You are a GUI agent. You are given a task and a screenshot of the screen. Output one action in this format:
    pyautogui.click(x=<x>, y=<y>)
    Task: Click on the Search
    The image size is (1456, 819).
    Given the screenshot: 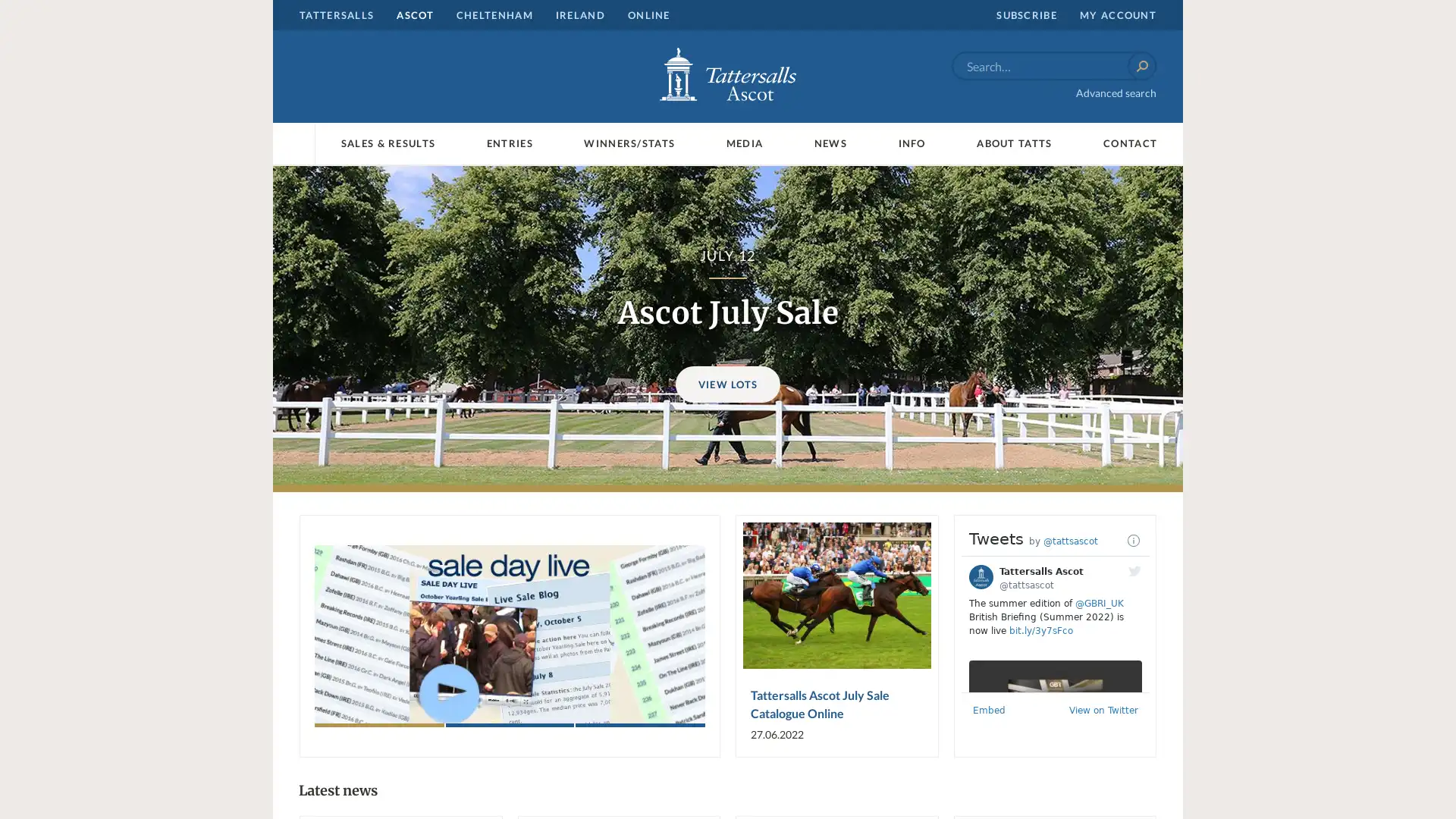 What is the action you would take?
    pyautogui.click(x=1142, y=65)
    